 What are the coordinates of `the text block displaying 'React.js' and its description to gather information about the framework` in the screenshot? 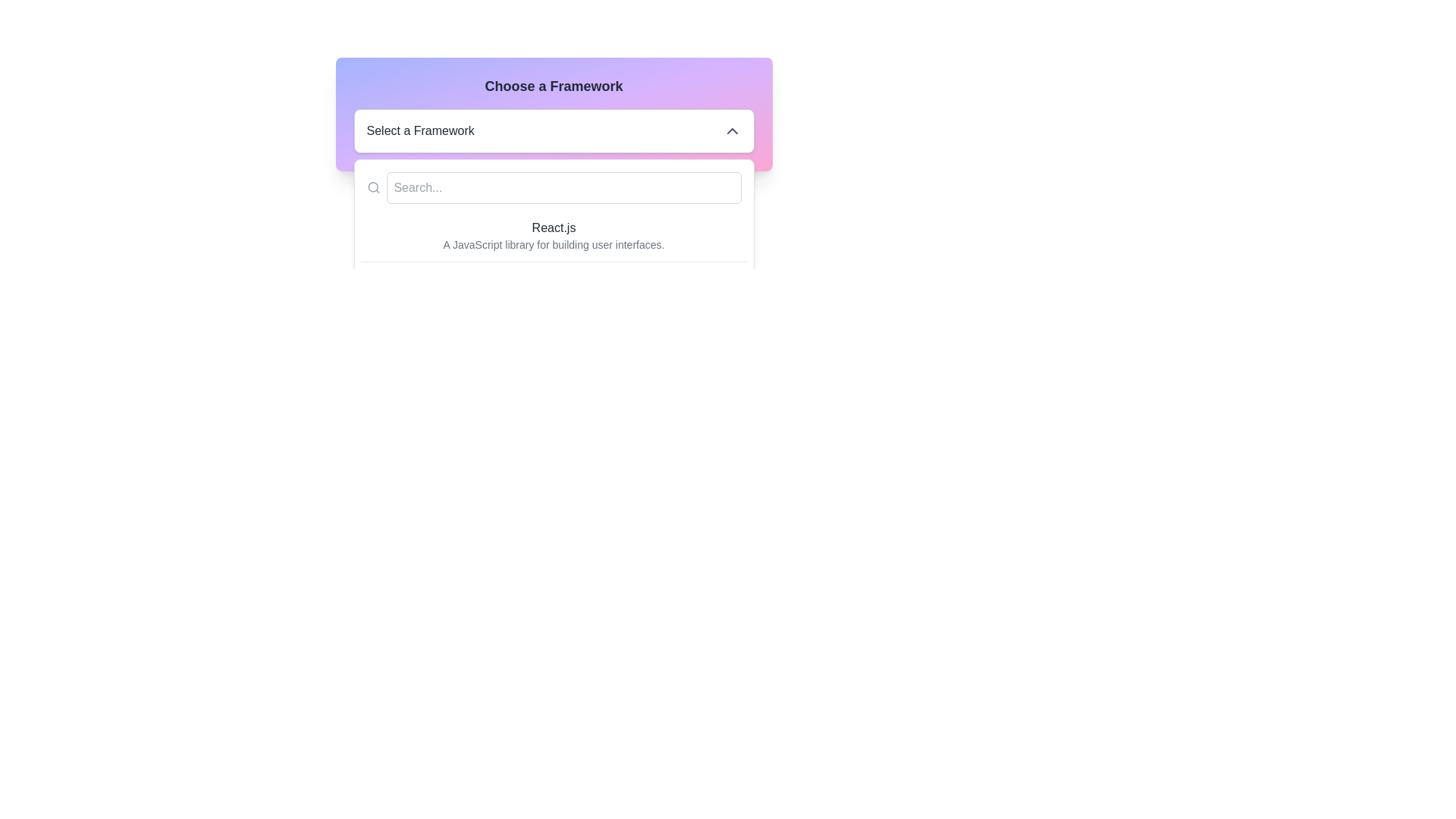 It's located at (553, 236).